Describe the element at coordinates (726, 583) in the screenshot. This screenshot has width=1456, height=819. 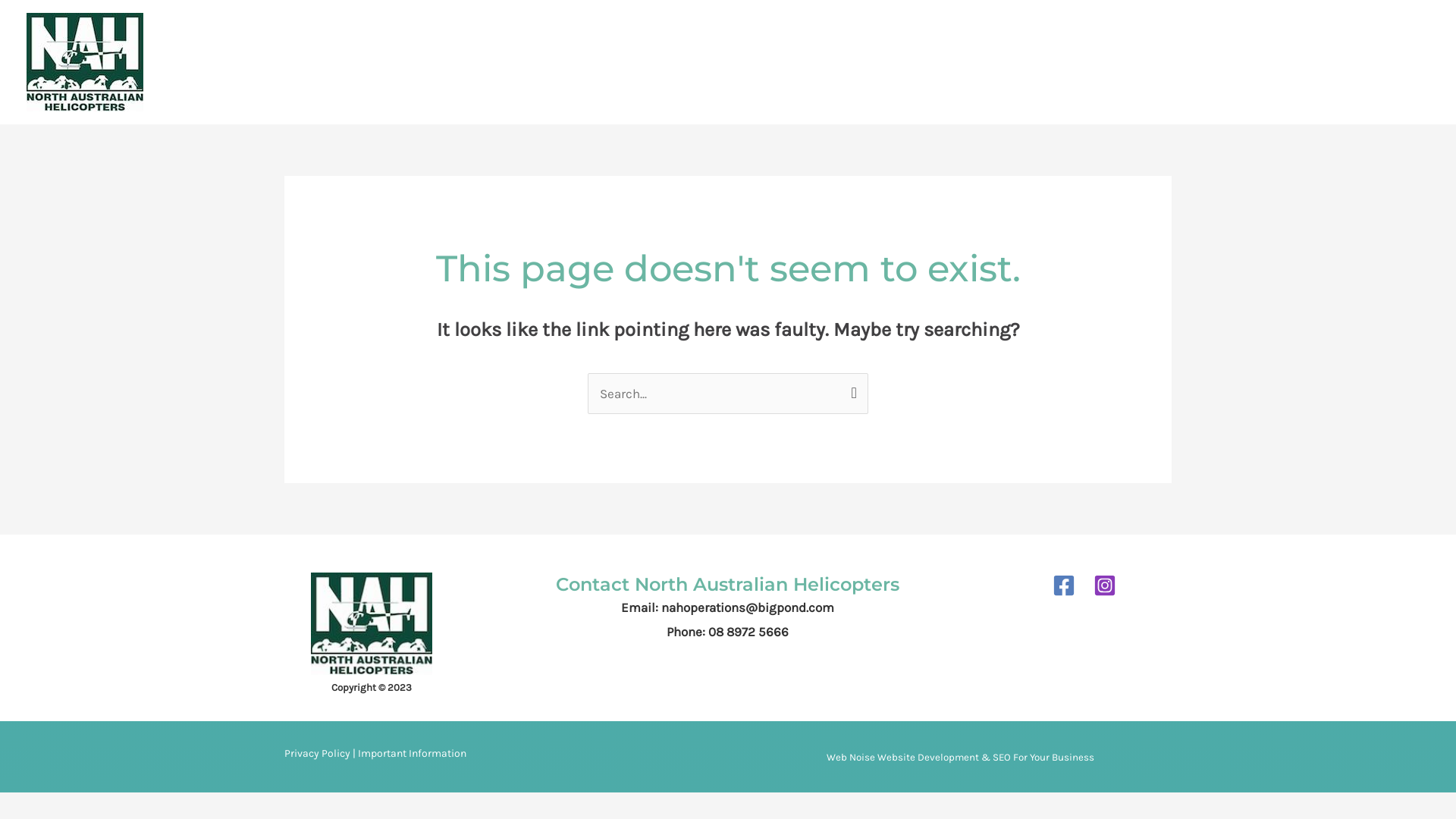
I see `'Contact North Australian Helicopters'` at that location.